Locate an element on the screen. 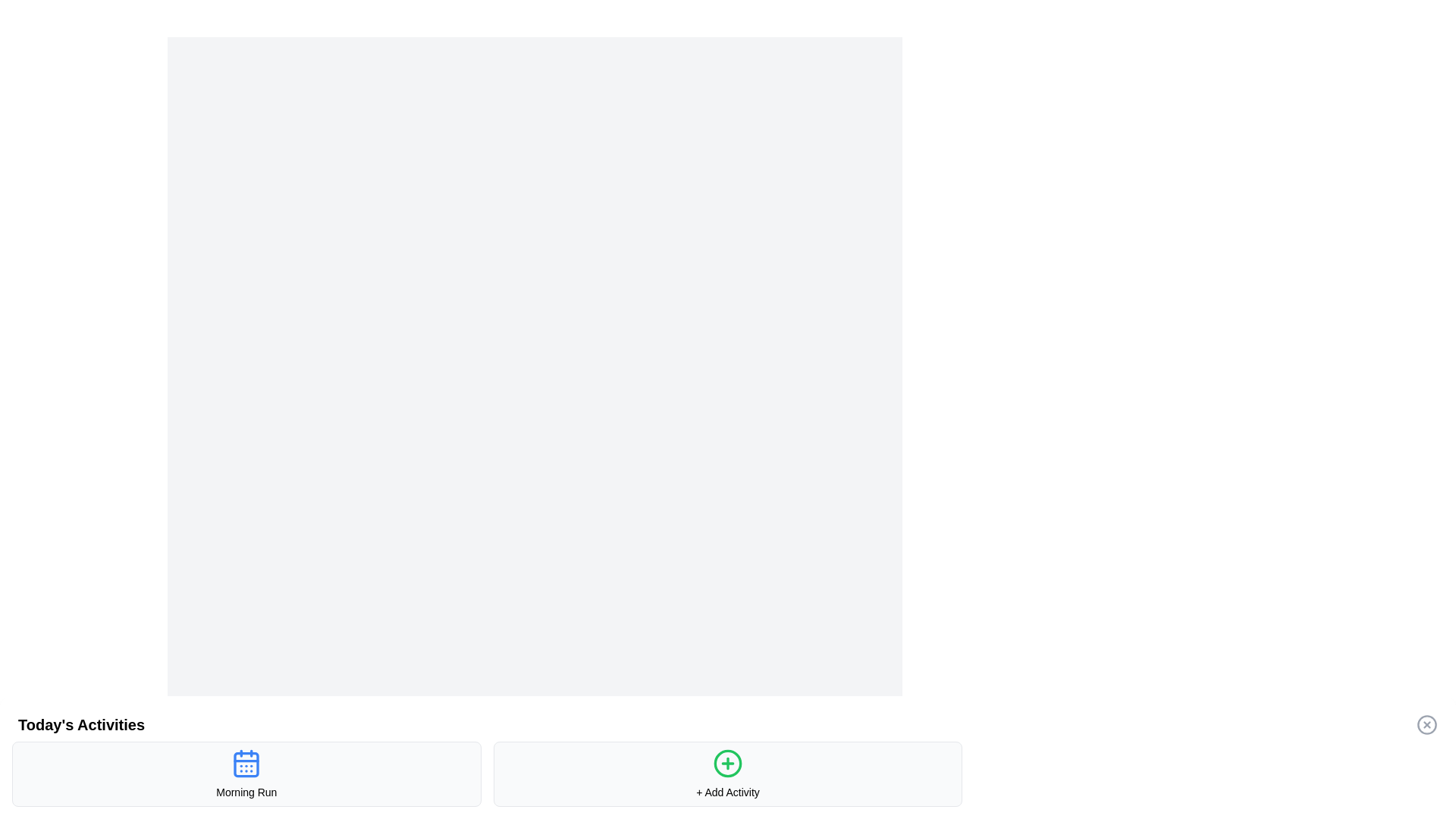  the blue calendar icon located in the first card of the 'Today's Activities' section, positioned above the 'Morning Run' label is located at coordinates (246, 763).